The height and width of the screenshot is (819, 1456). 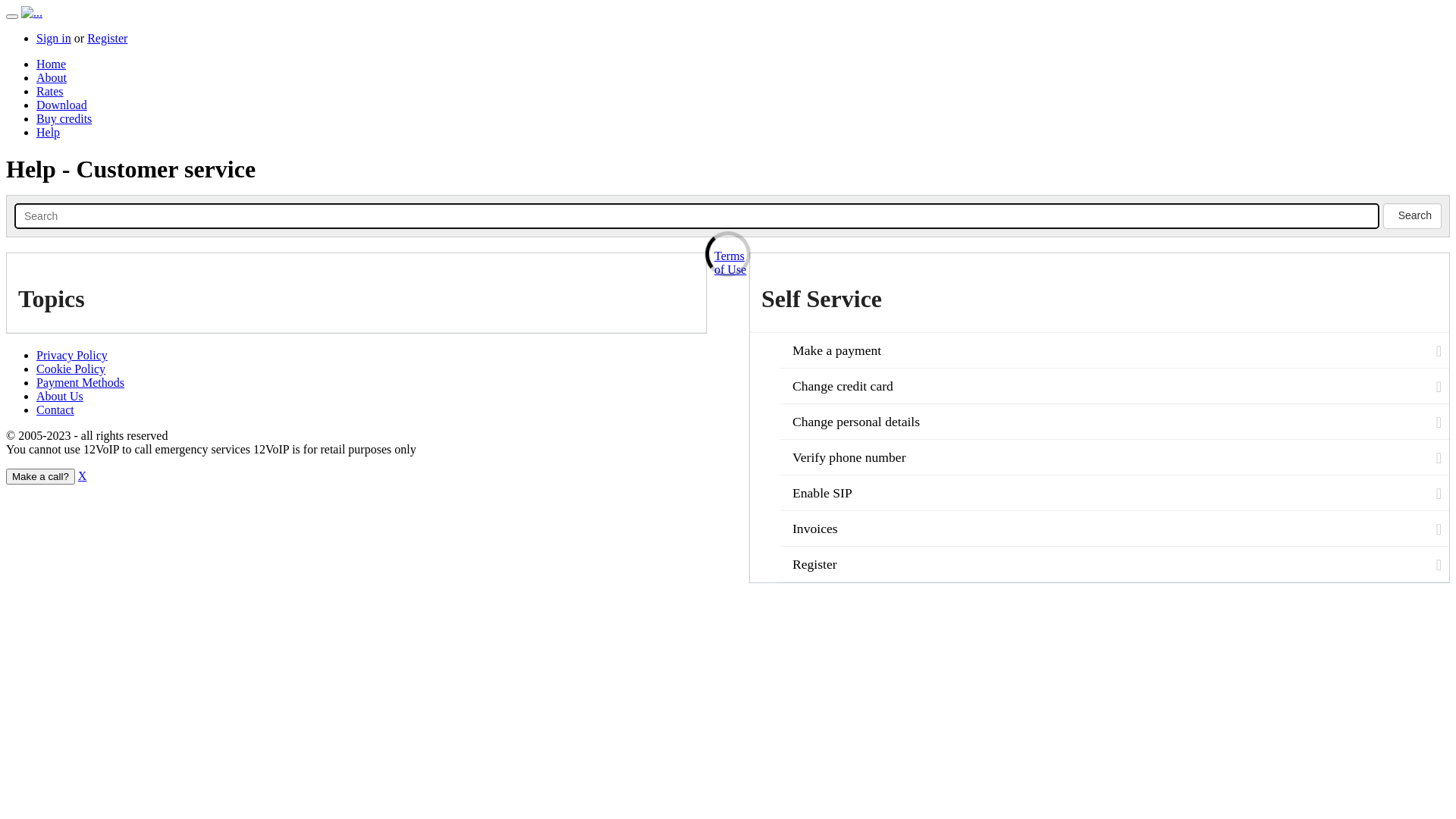 I want to click on 'Search', so click(x=14, y=216).